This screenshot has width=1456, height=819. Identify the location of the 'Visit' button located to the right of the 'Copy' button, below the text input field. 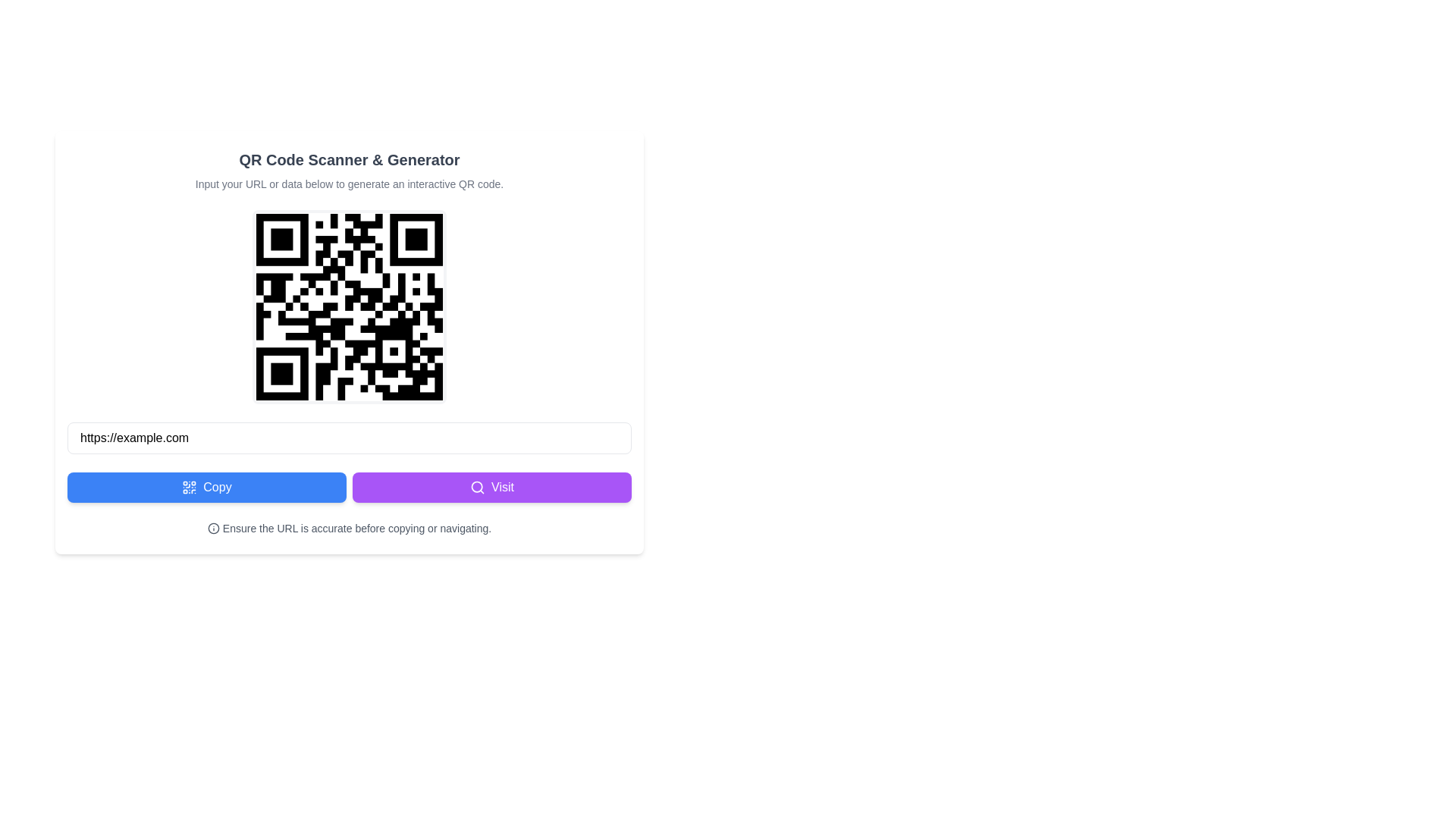
(491, 488).